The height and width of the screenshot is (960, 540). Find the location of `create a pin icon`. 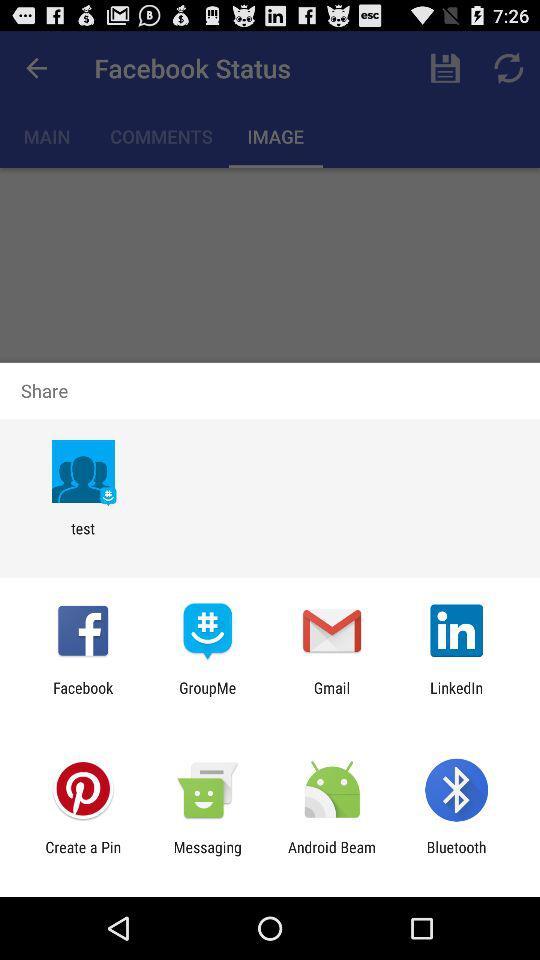

create a pin icon is located at coordinates (82, 855).